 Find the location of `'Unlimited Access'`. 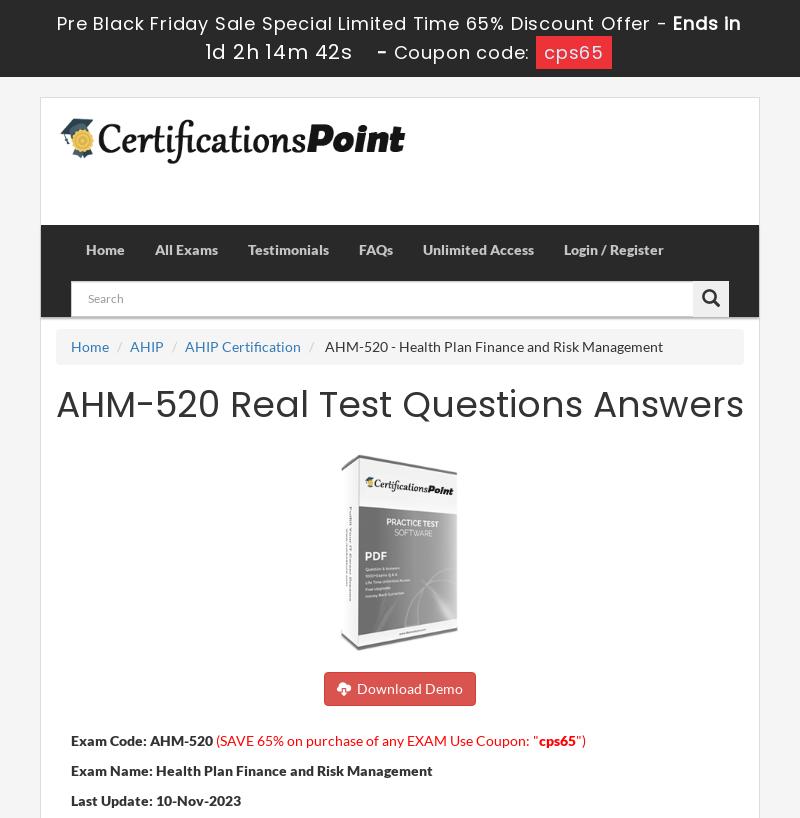

'Unlimited Access' is located at coordinates (423, 248).